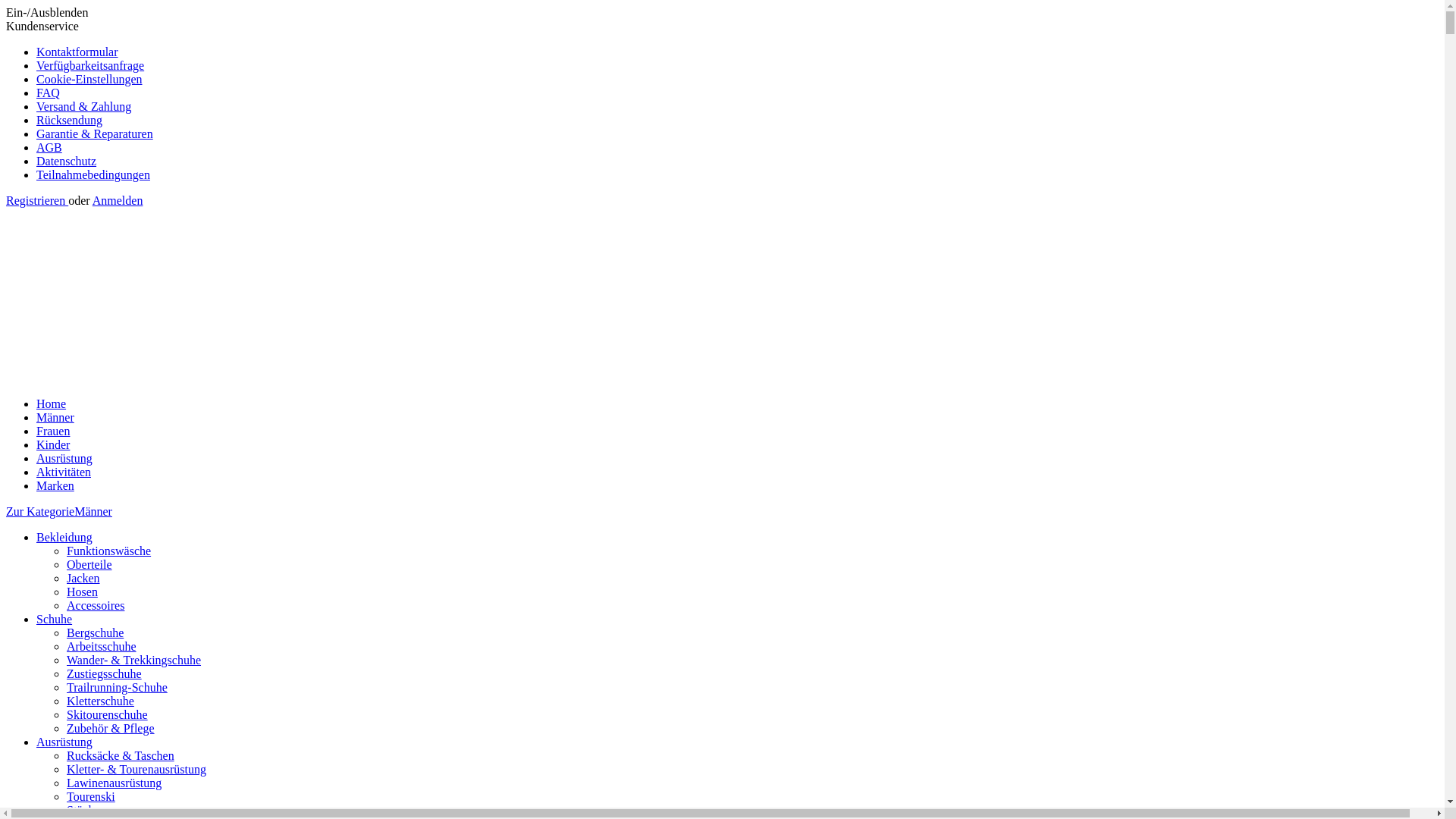  I want to click on 'Hosen', so click(65, 591).